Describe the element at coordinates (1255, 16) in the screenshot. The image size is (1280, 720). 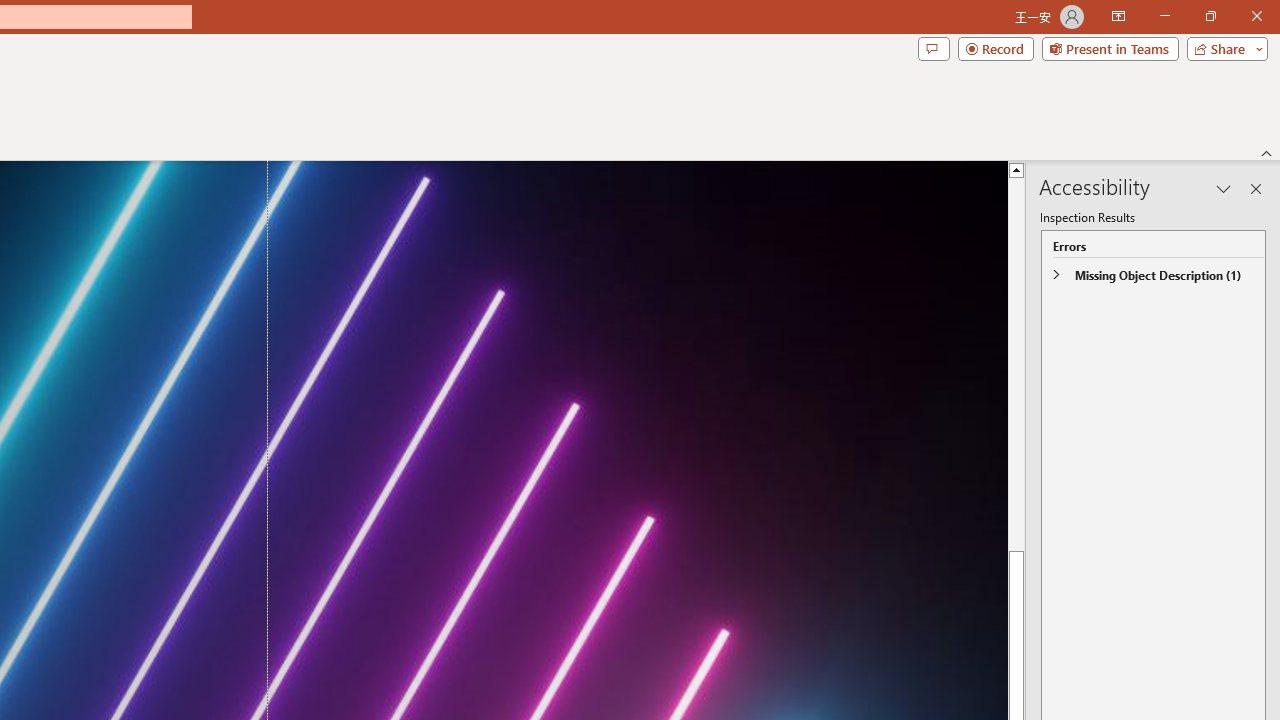
I see `'Close'` at that location.